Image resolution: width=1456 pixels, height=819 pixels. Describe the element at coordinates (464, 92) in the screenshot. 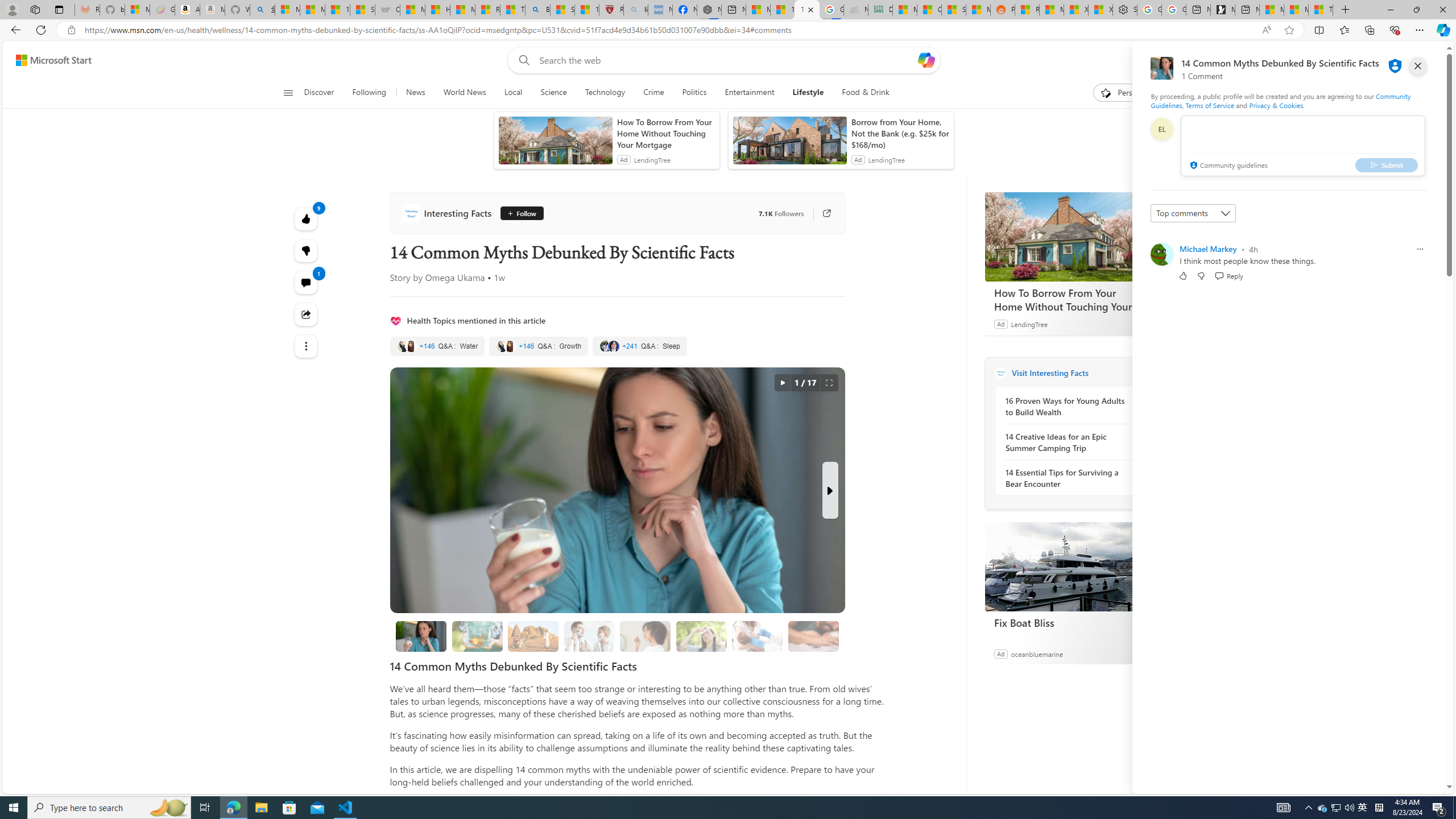

I see `'World News'` at that location.